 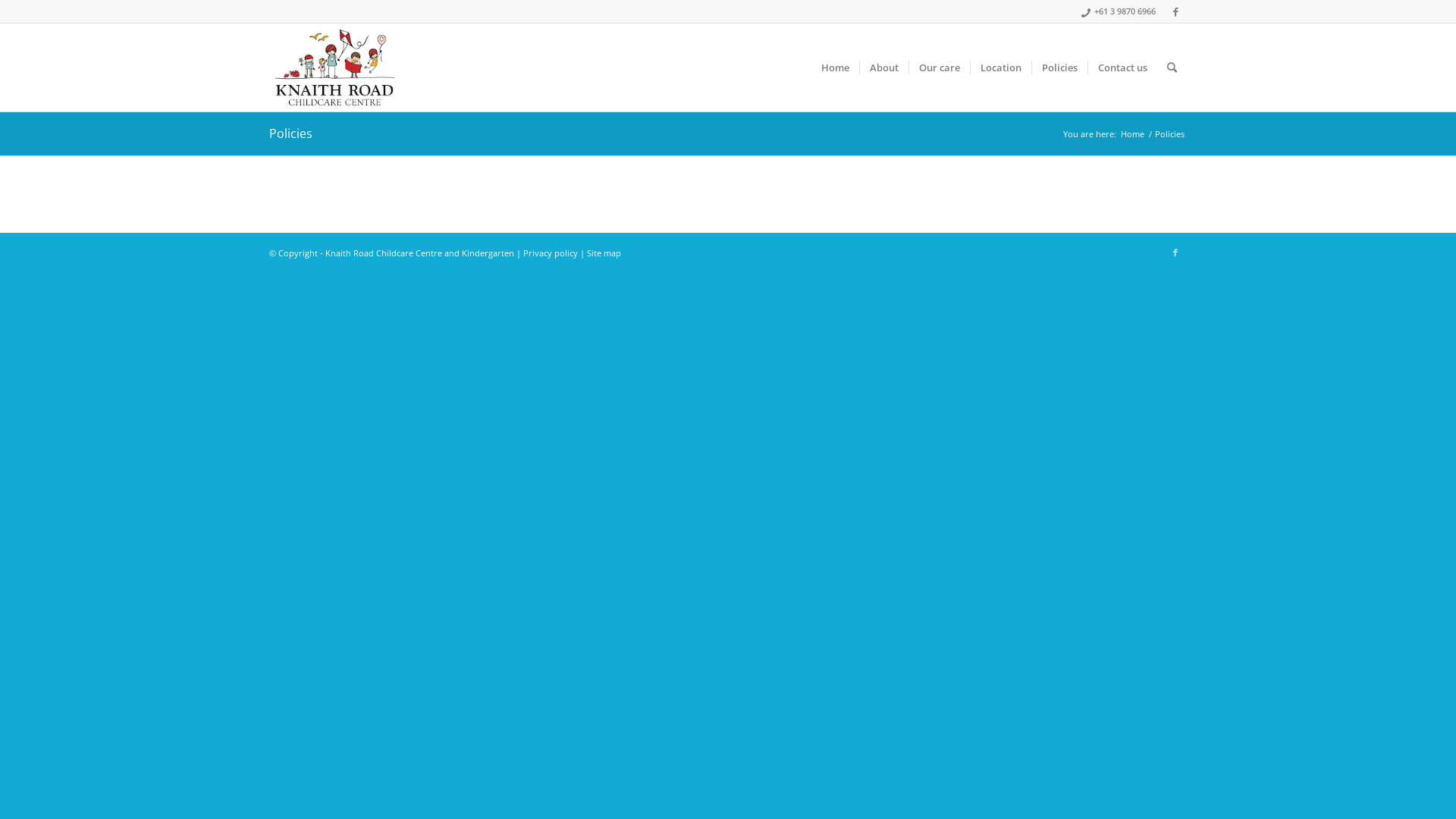 I want to click on 'Our care', so click(x=938, y=66).